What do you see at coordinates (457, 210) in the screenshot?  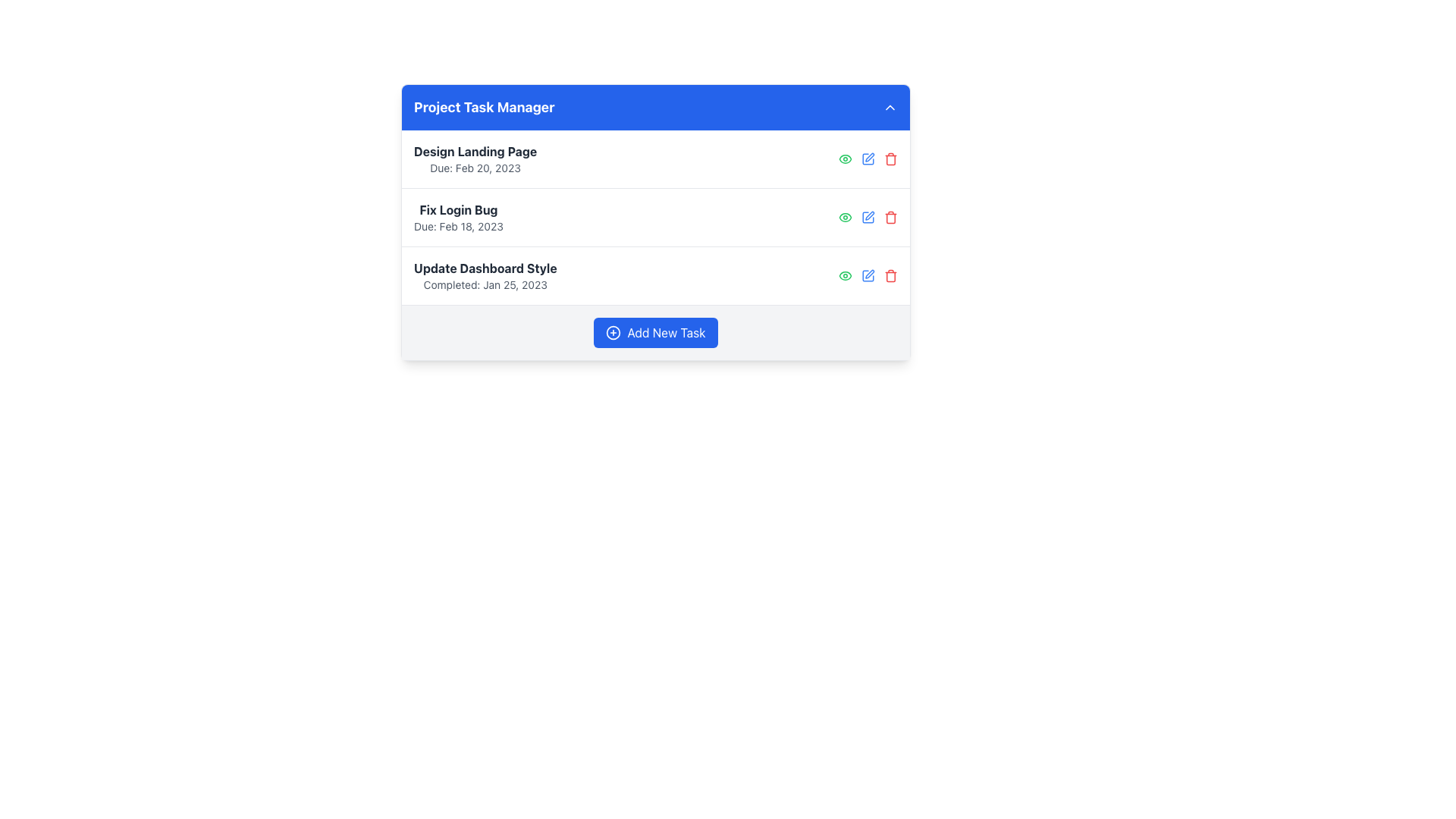 I see `bolded text label that says 'Fix Login Bug' located in the second task item of the 'Project Task Manager' section` at bounding box center [457, 210].